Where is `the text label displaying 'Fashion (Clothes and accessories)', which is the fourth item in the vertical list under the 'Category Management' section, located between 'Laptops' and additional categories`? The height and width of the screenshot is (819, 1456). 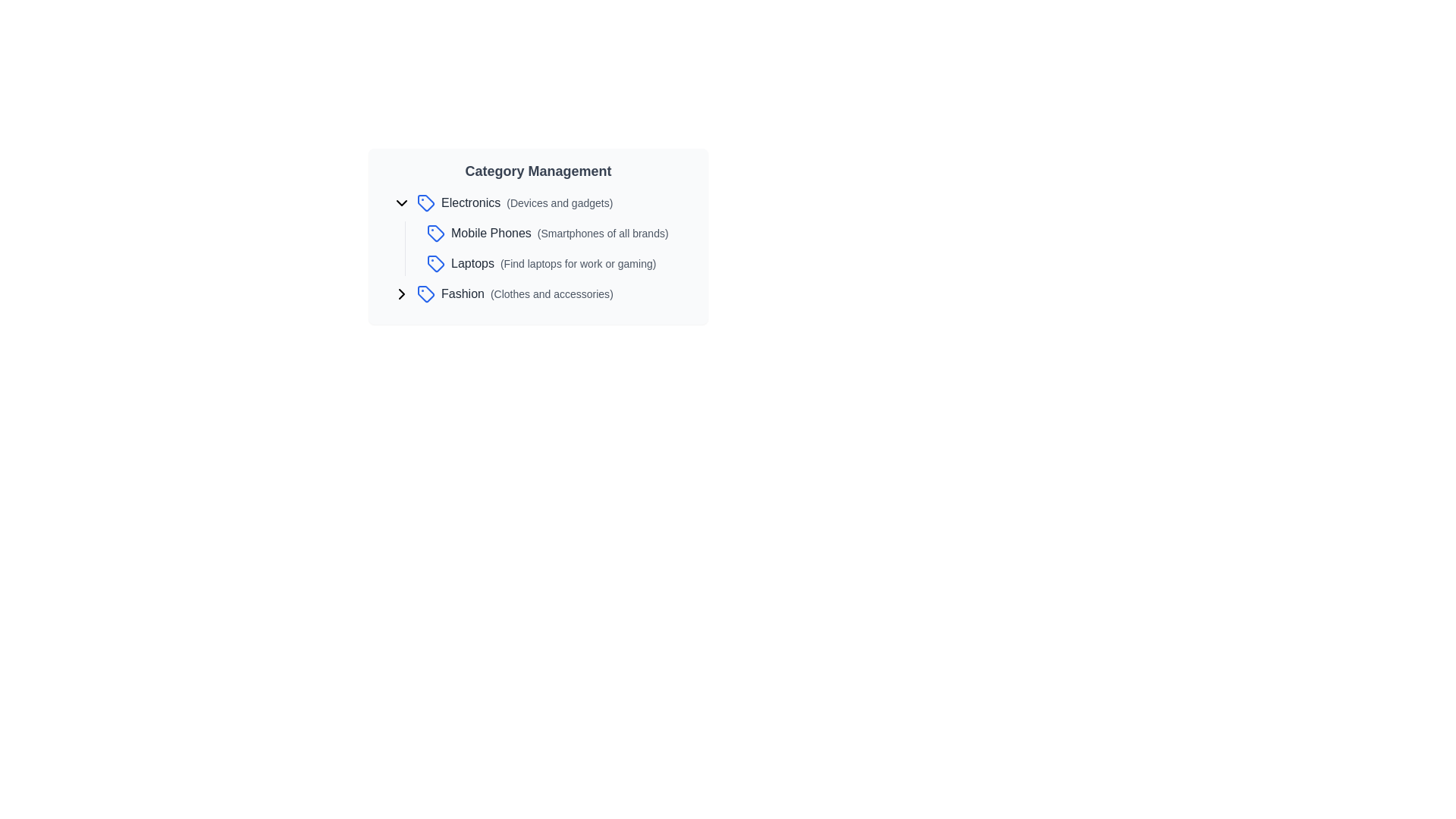 the text label displaying 'Fashion (Clothes and accessories)', which is the fourth item in the vertical list under the 'Category Management' section, located between 'Laptops' and additional categories is located at coordinates (527, 294).